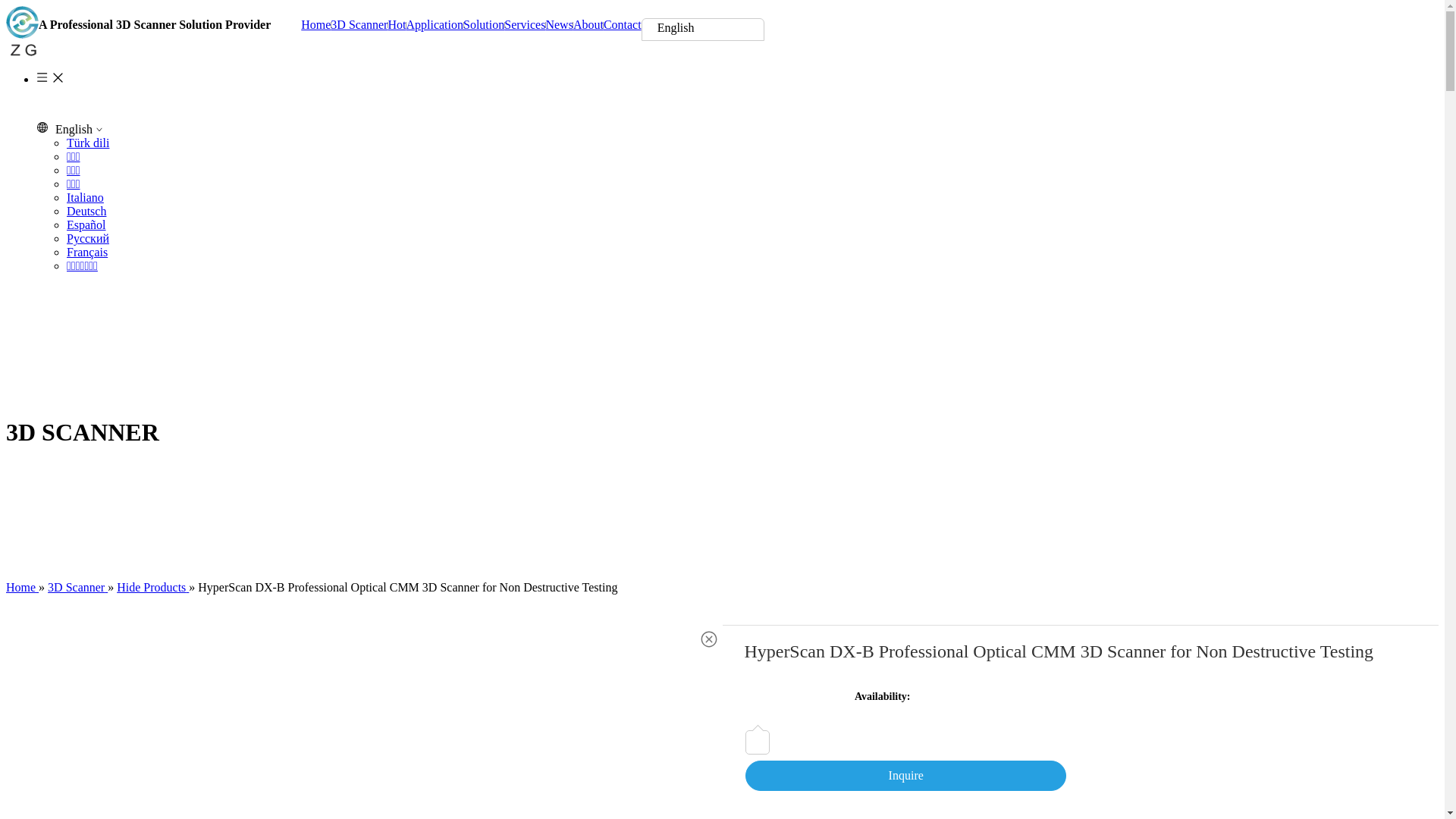  I want to click on 'Home', so click(6, 586).